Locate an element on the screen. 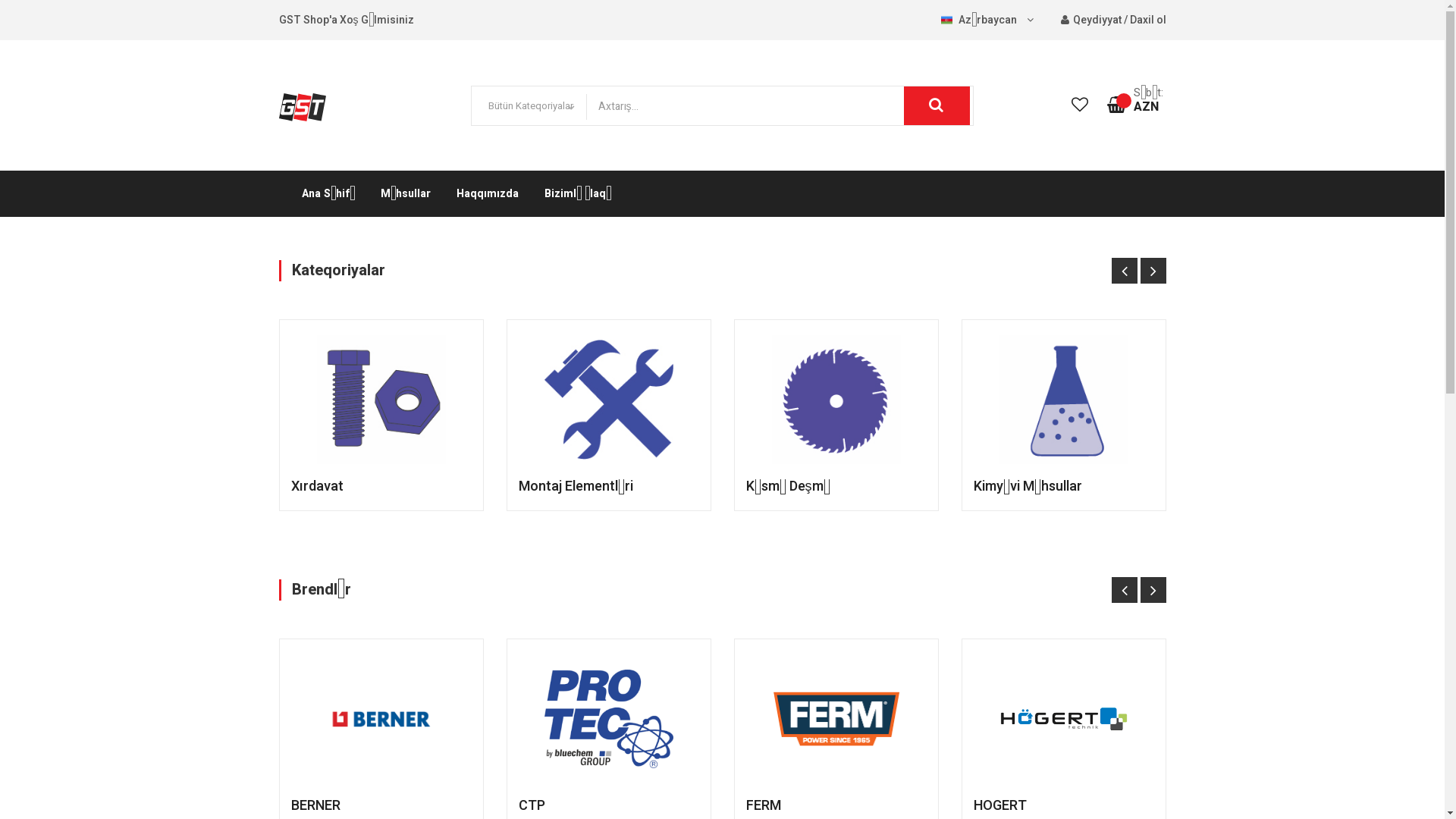 The height and width of the screenshot is (819, 1456). 'Qeydiyyat / Daxil ol' is located at coordinates (1112, 20).